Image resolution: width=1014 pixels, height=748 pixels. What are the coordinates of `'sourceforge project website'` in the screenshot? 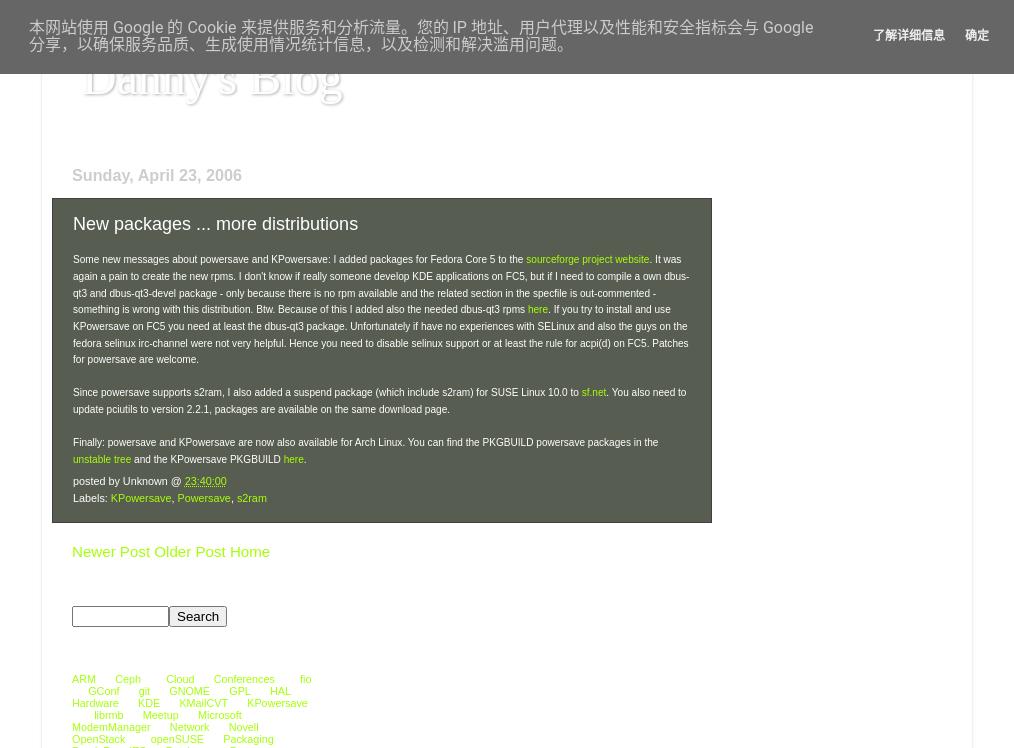 It's located at (524, 258).